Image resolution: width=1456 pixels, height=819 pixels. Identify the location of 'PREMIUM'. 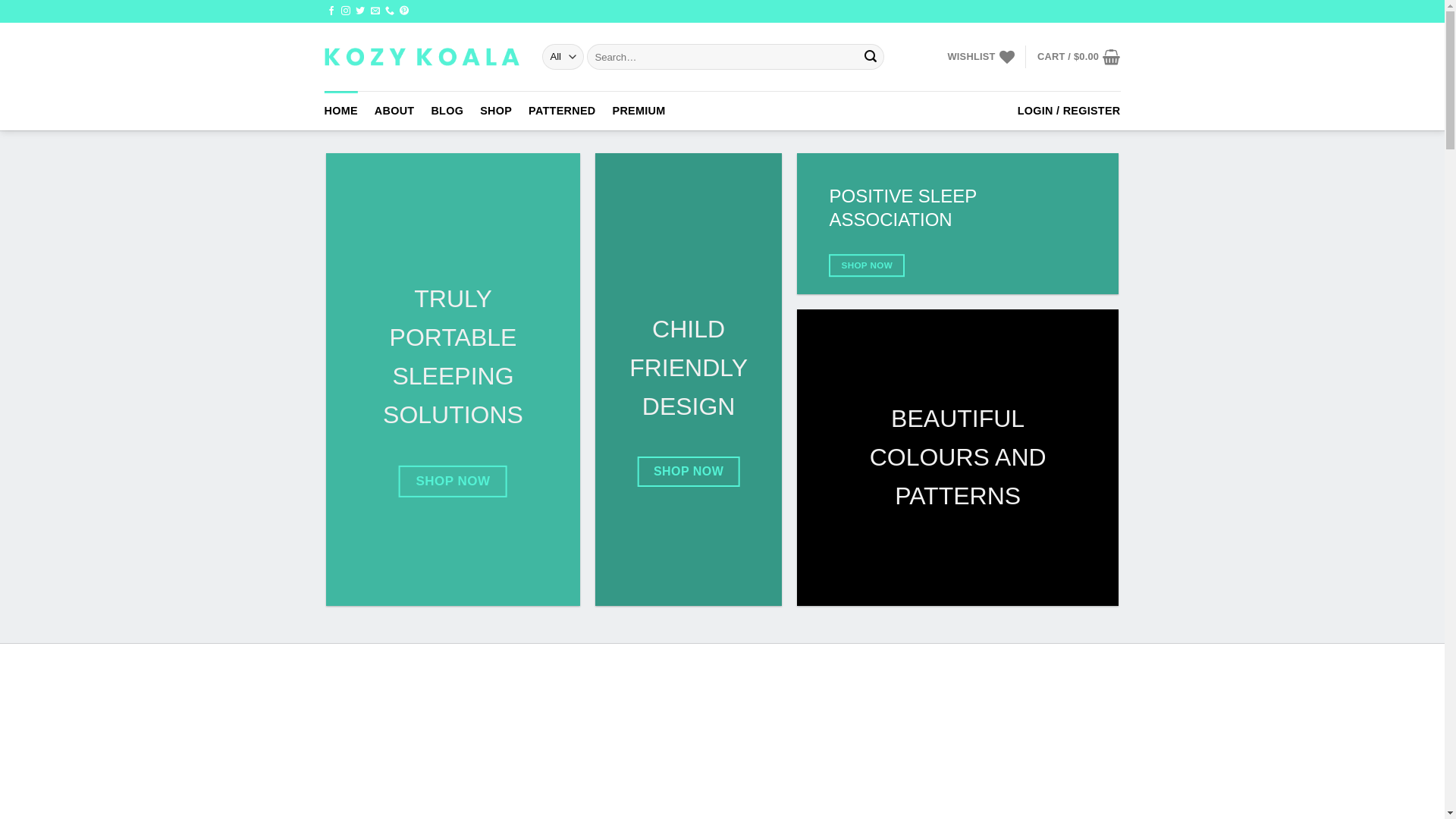
(639, 110).